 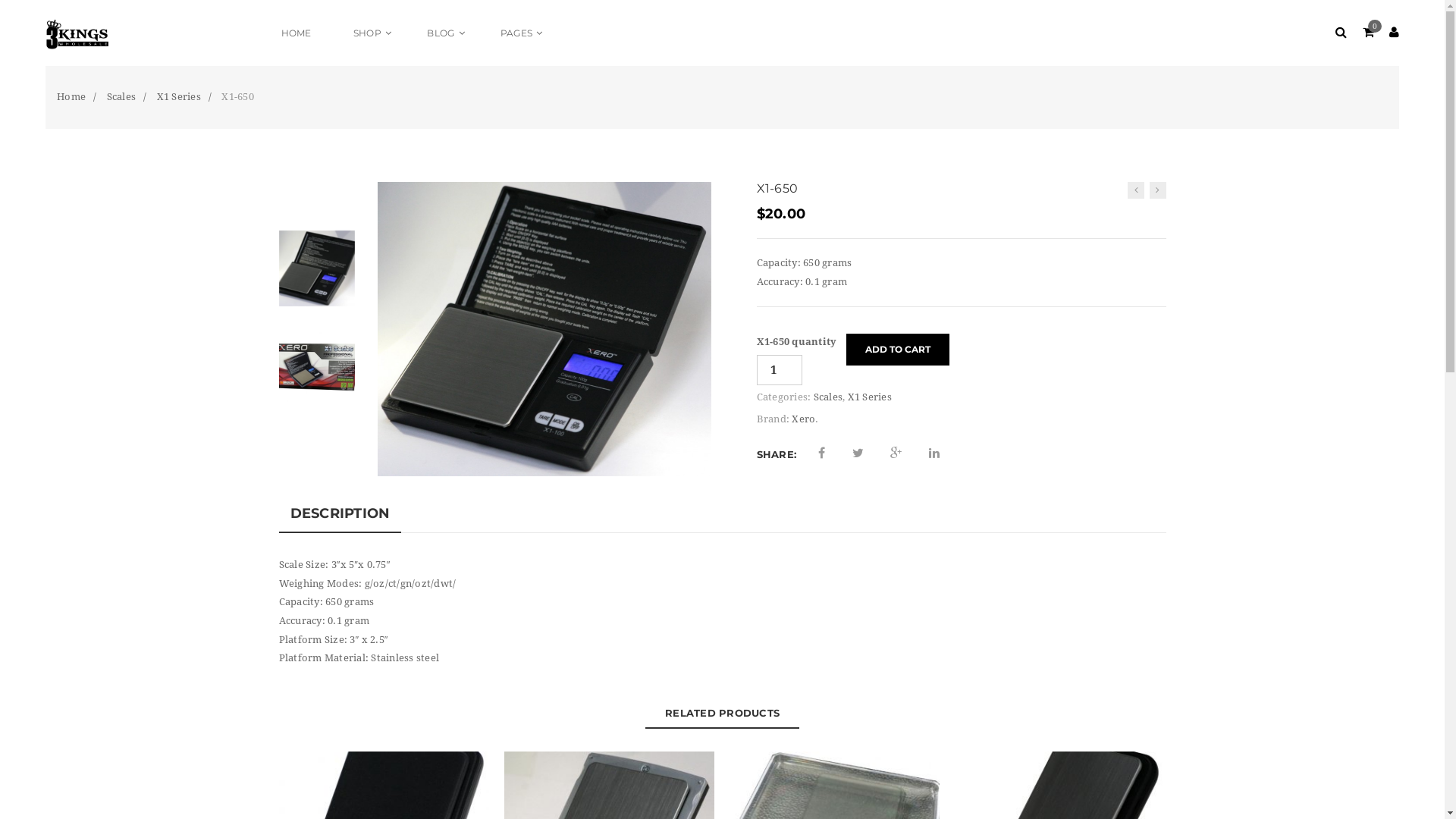 What do you see at coordinates (296, 33) in the screenshot?
I see `'HOME'` at bounding box center [296, 33].